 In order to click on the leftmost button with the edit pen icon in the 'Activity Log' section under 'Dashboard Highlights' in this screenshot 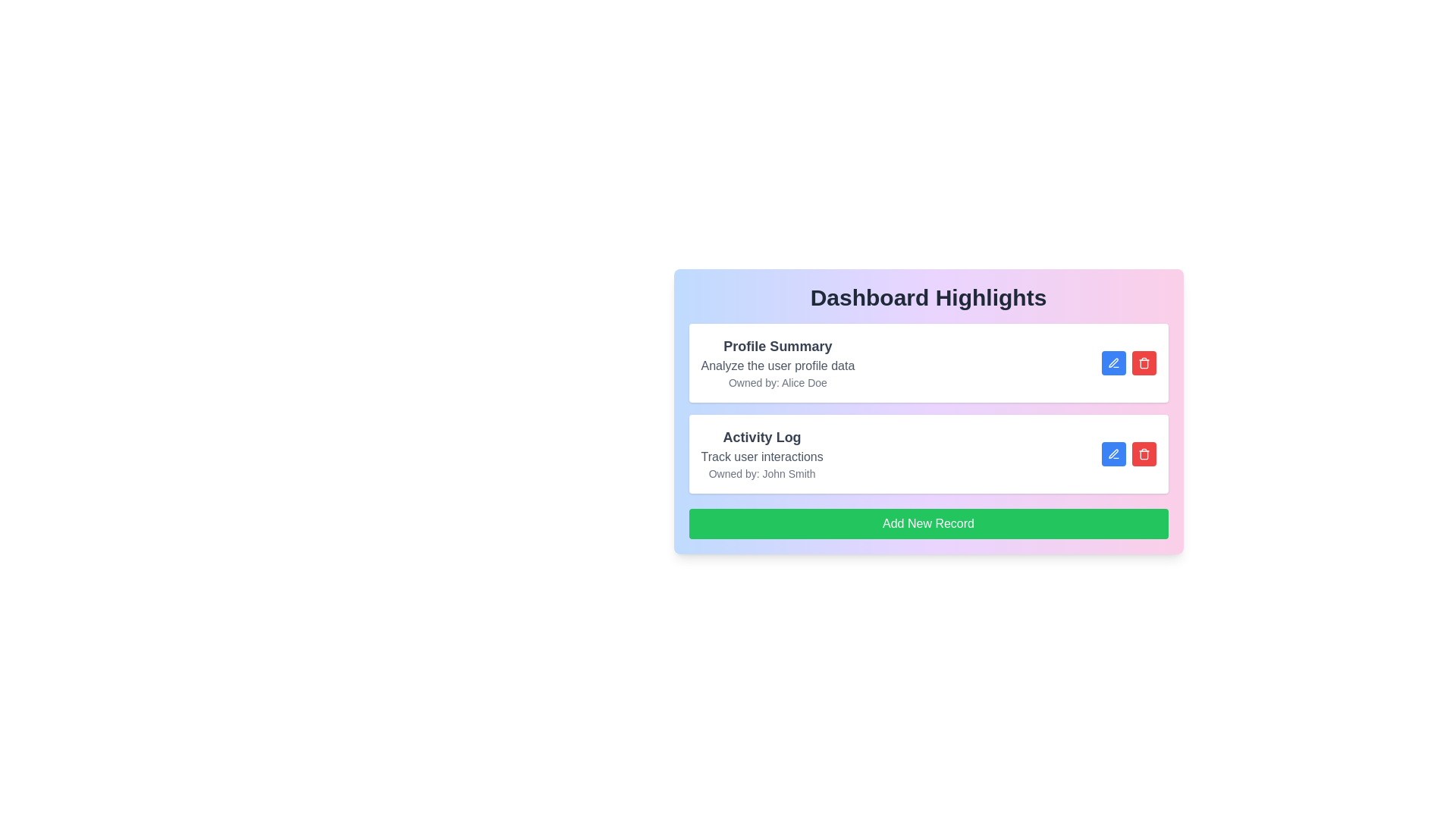, I will do `click(1113, 453)`.